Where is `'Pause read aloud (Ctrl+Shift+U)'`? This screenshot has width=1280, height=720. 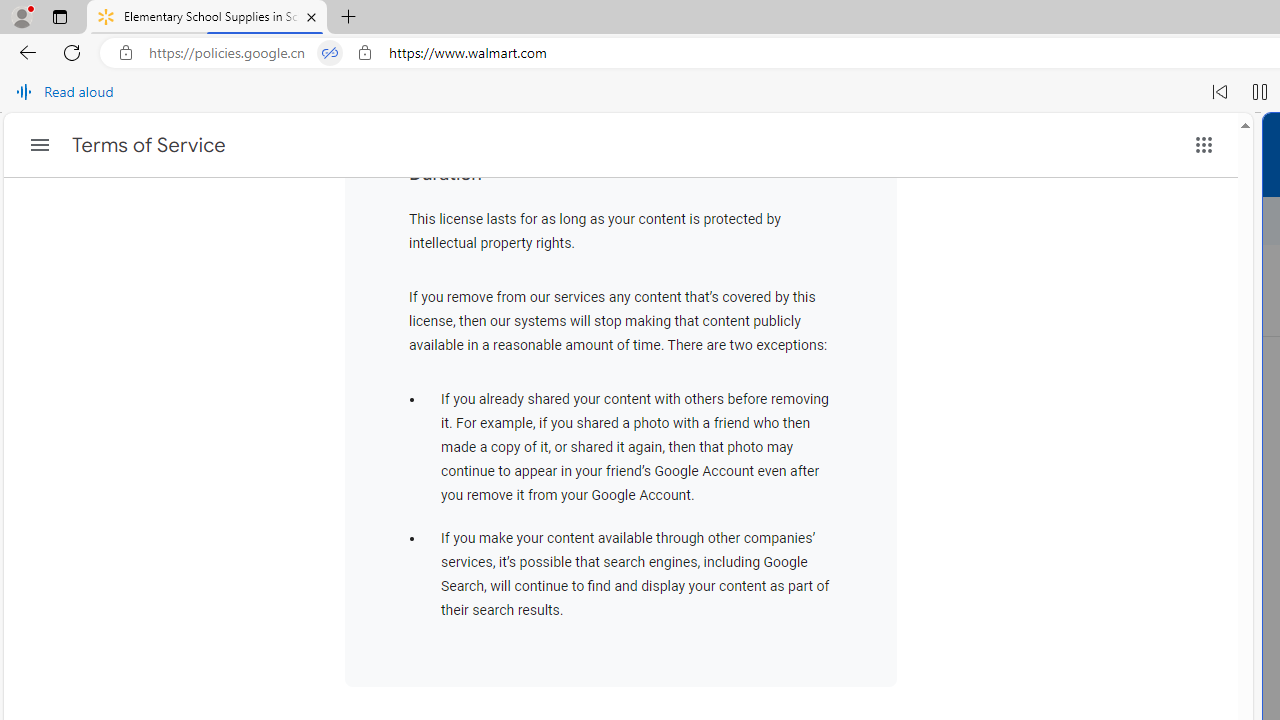
'Pause read aloud (Ctrl+Shift+U)' is located at coordinates (1259, 92).